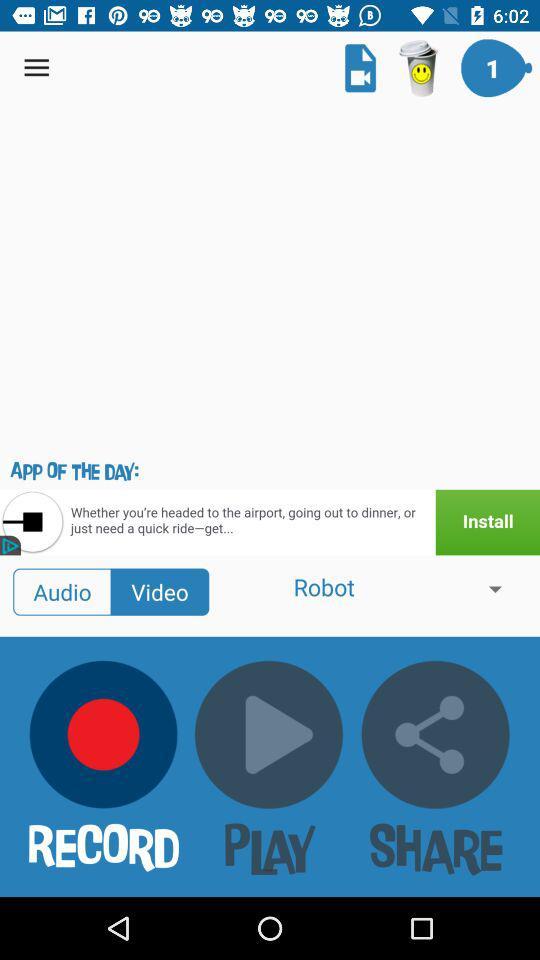  What do you see at coordinates (434, 734) in the screenshot?
I see `the share button` at bounding box center [434, 734].